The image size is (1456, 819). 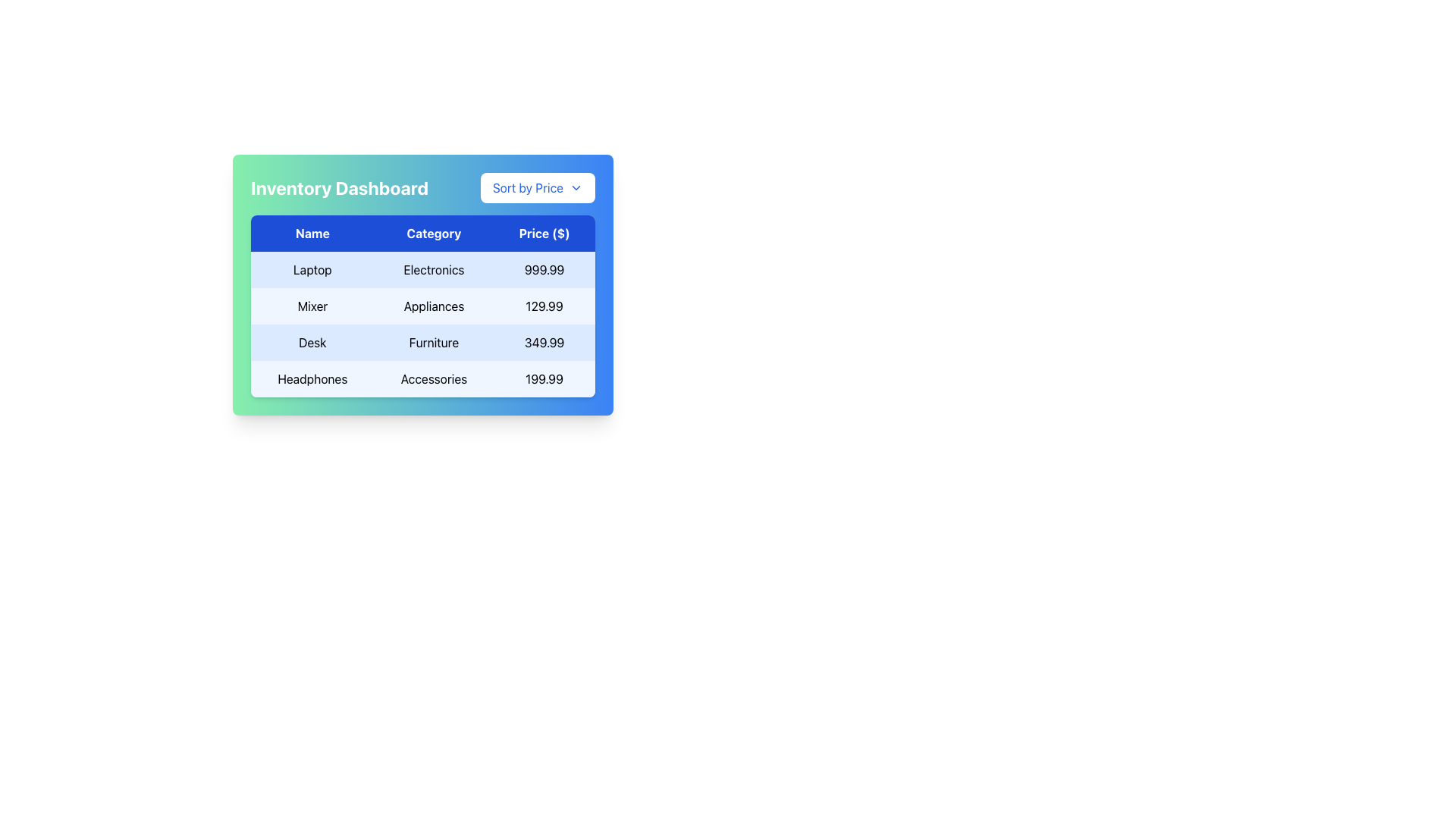 What do you see at coordinates (544, 234) in the screenshot?
I see `the 'Price ($)' text label, which is the third column header in a table, displaying white text on a dark blue background` at bounding box center [544, 234].